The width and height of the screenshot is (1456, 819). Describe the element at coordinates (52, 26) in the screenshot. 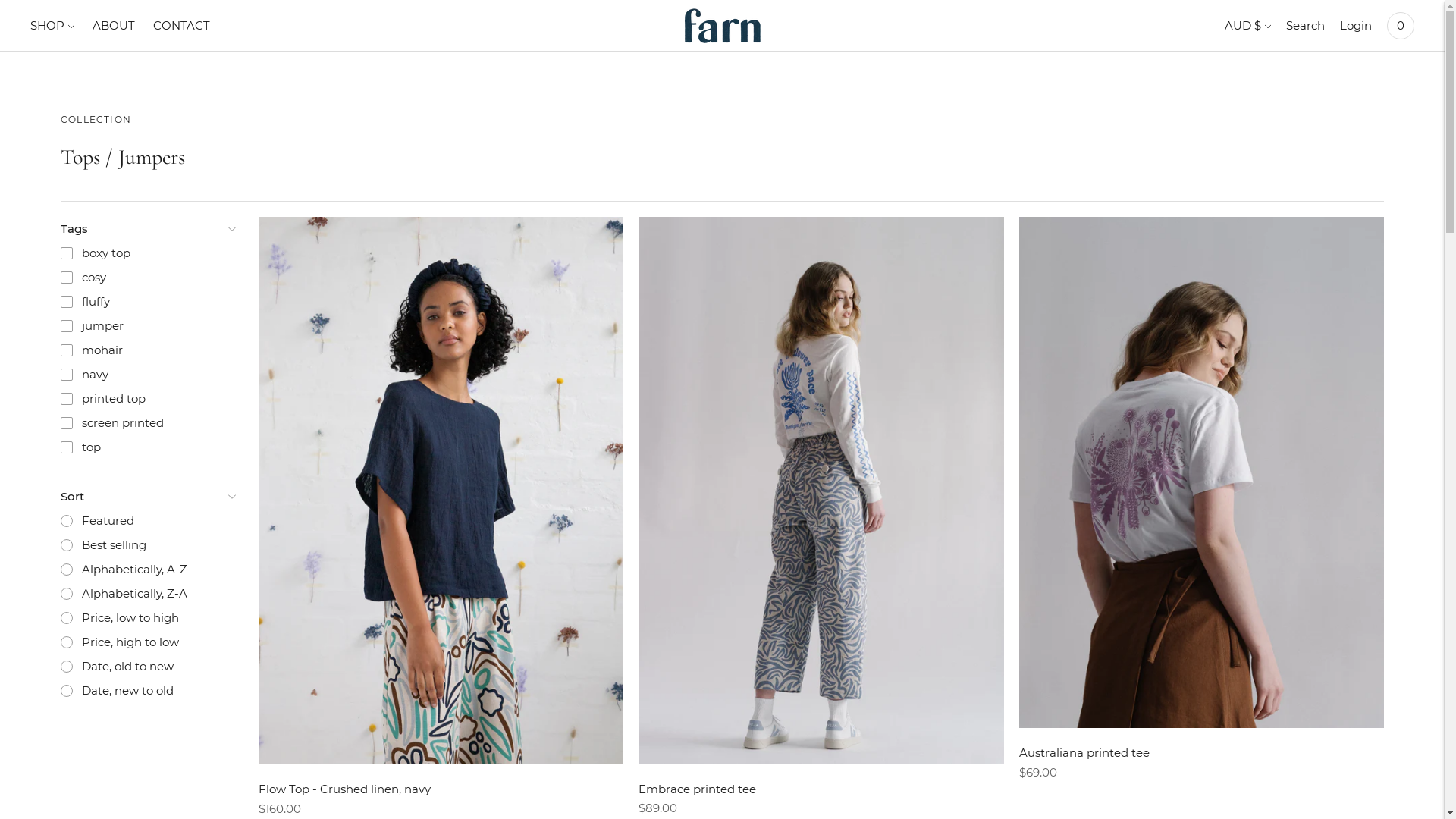

I see `'SHOP'` at that location.